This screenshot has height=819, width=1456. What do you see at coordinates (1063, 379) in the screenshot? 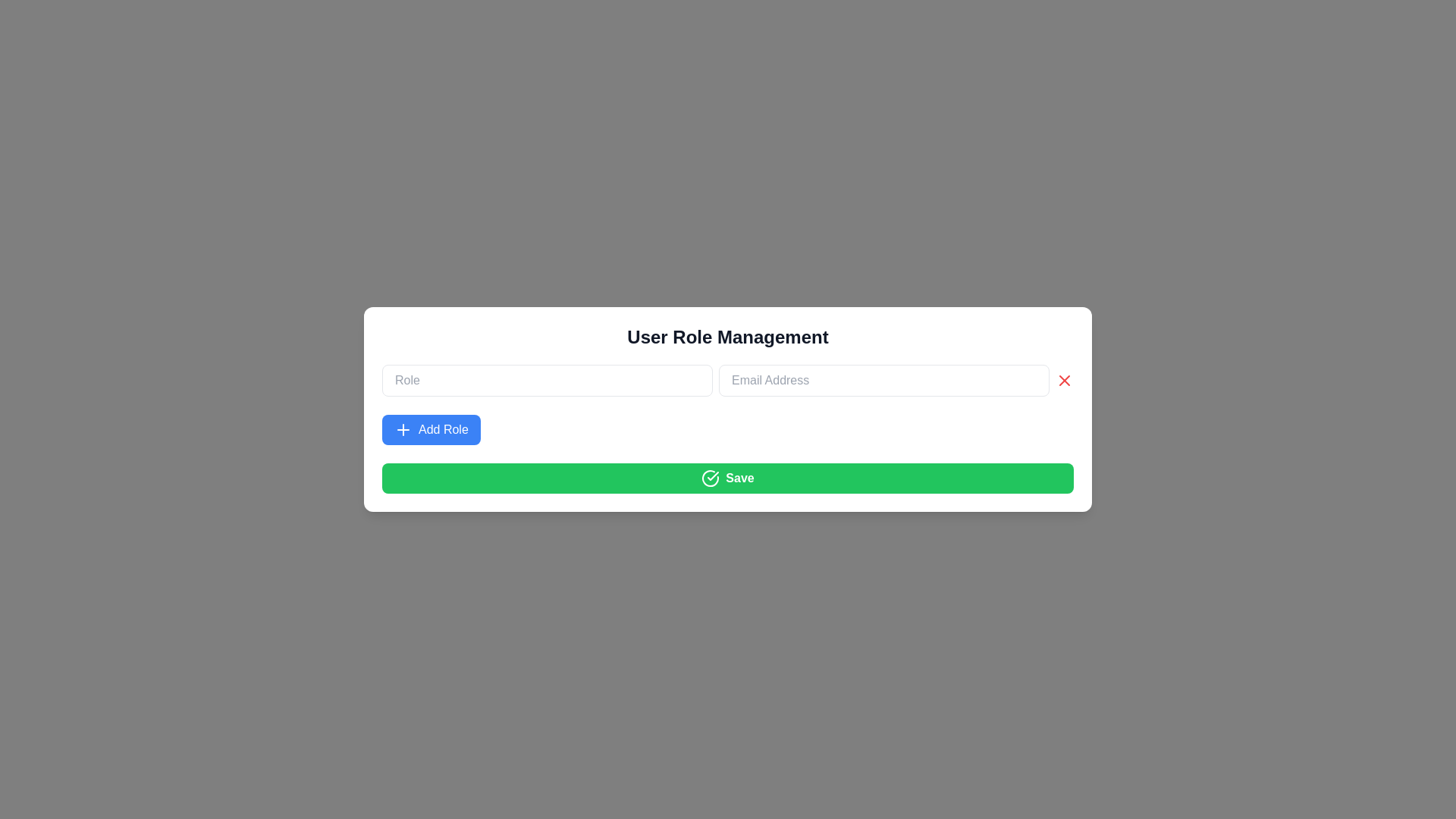
I see `the red delete button with a cross icon located to the far-right of the 'Email Address' input field` at bounding box center [1063, 379].